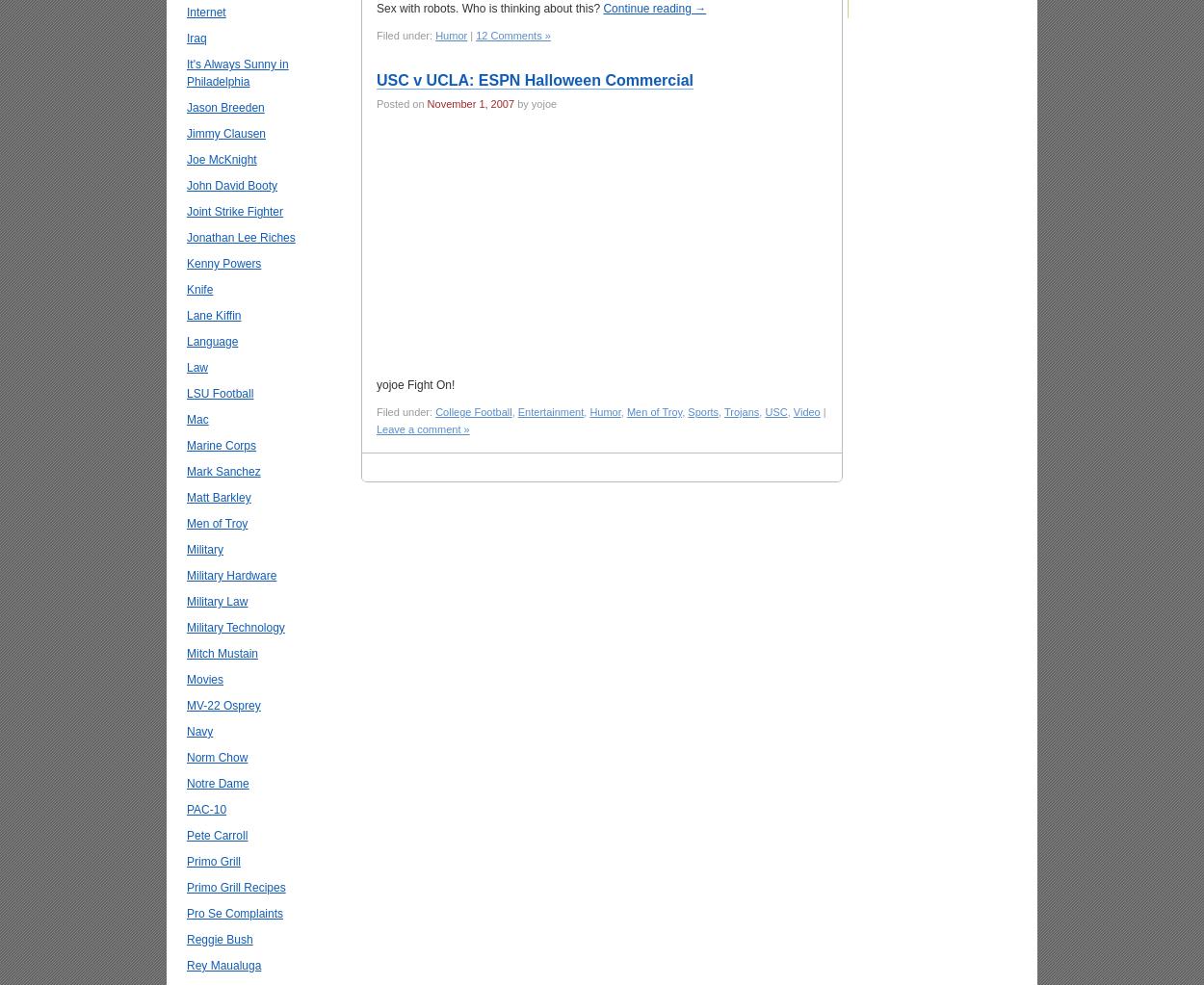  Describe the element at coordinates (211, 341) in the screenshot. I see `'Language'` at that location.